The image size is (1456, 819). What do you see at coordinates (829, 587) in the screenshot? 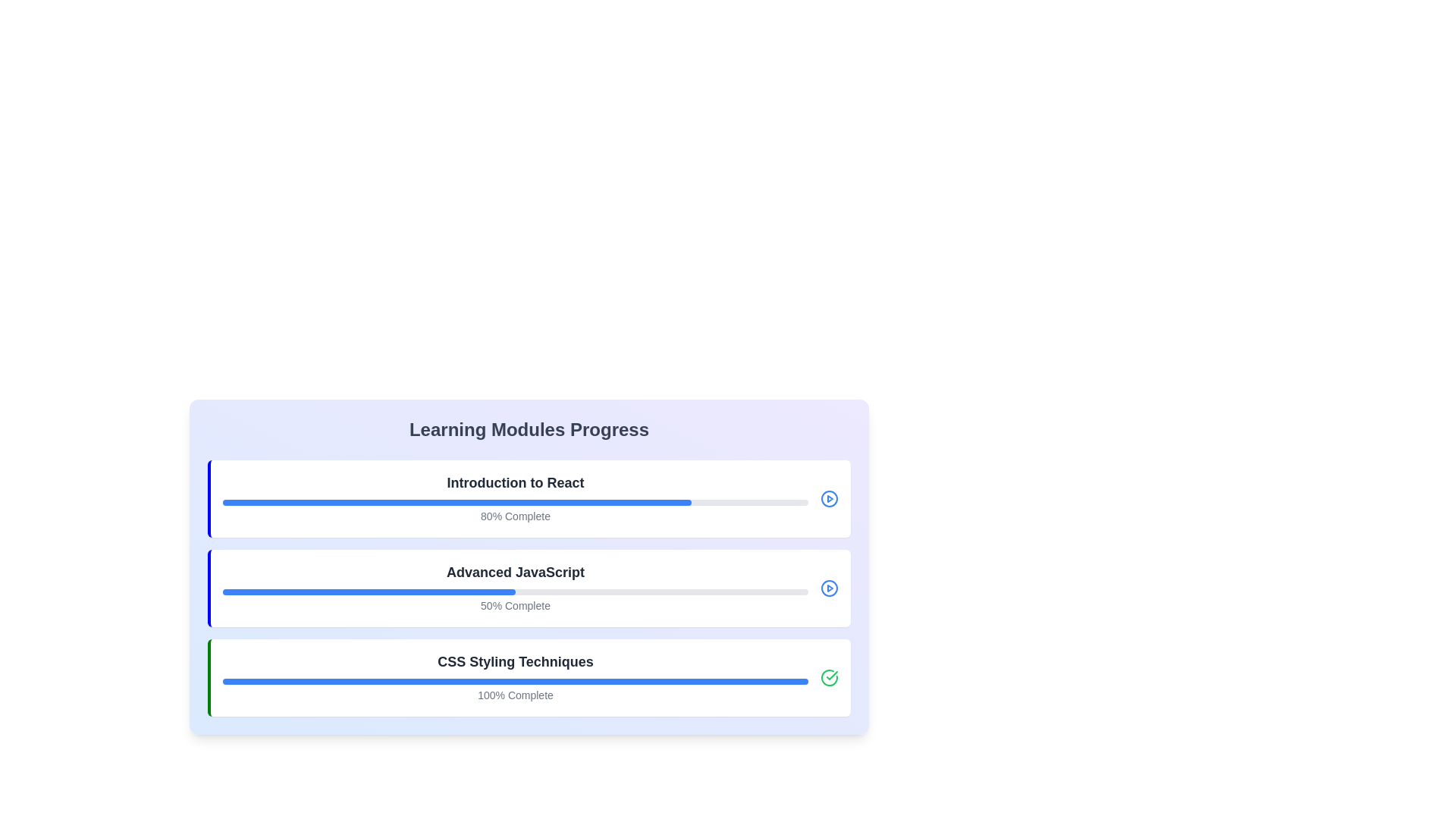
I see `the play icon button, which is a circular button with a blue border and a triangular play symbol, located at the rightmost side of the 'Advanced JavaScript' progress block` at bounding box center [829, 587].